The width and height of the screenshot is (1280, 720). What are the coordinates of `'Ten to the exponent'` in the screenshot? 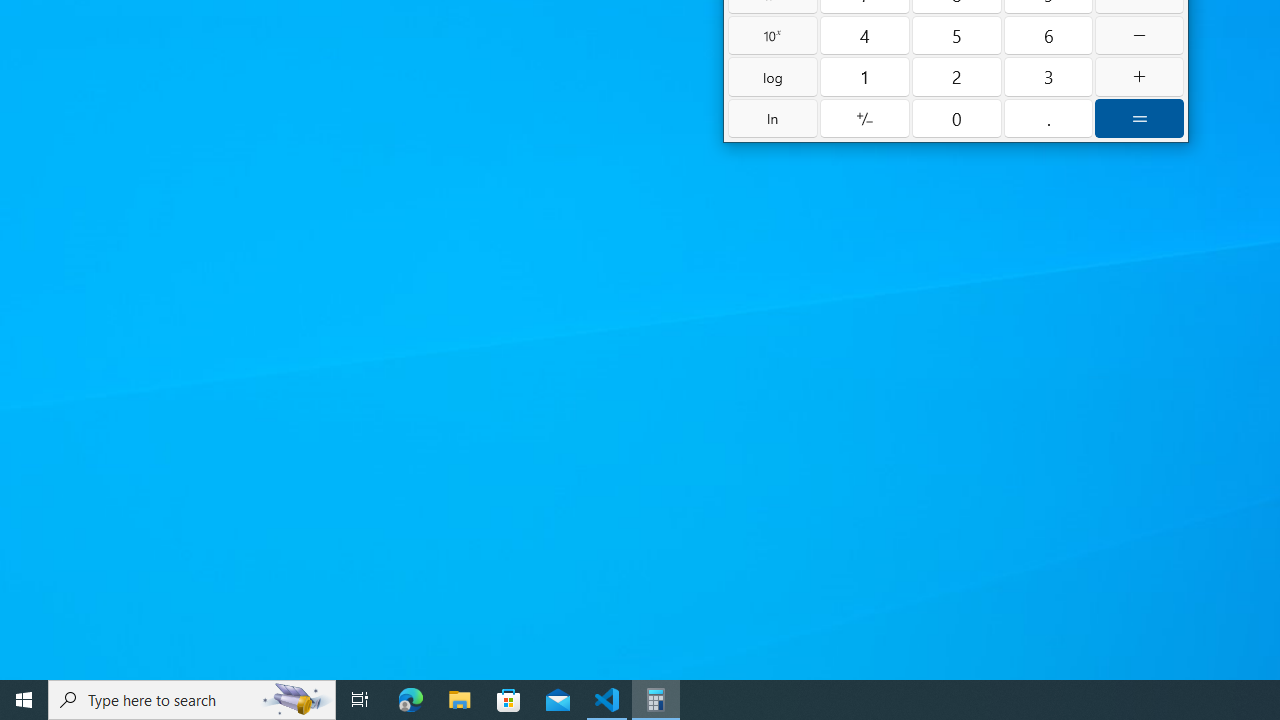 It's located at (772, 35).